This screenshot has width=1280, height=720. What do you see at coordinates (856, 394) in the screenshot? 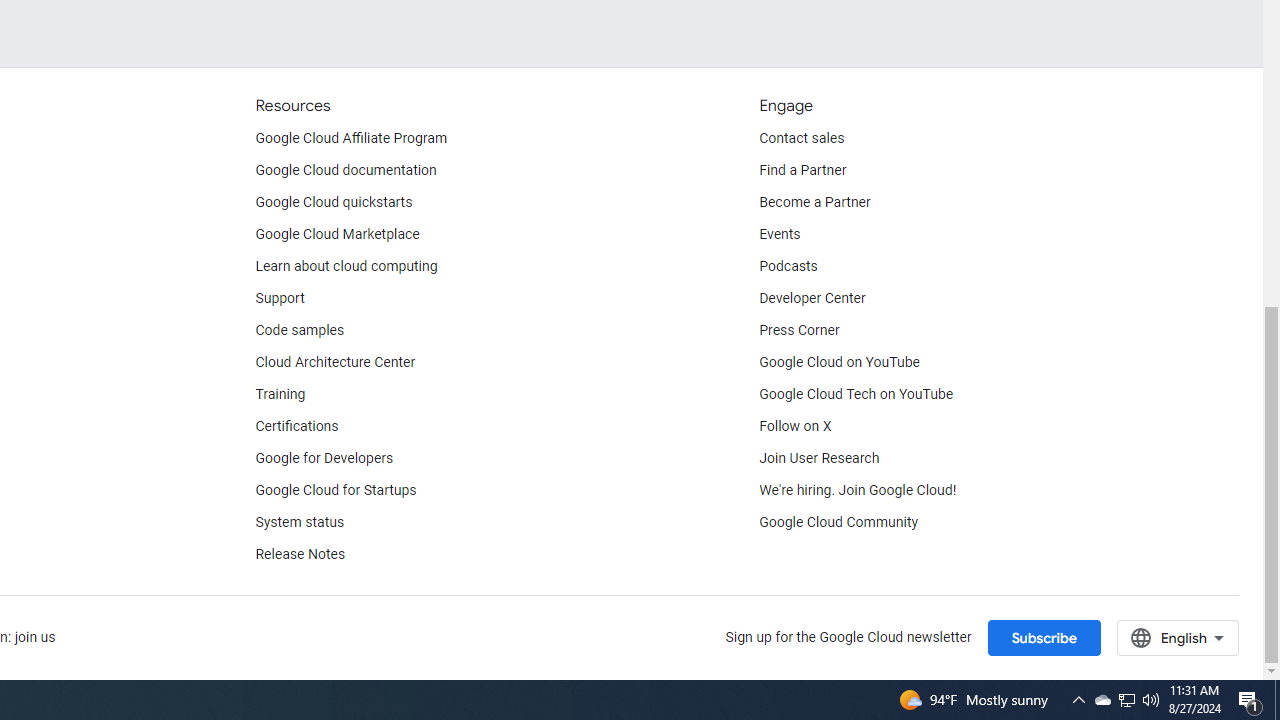
I see `'Google Cloud Tech on YouTube'` at bounding box center [856, 394].